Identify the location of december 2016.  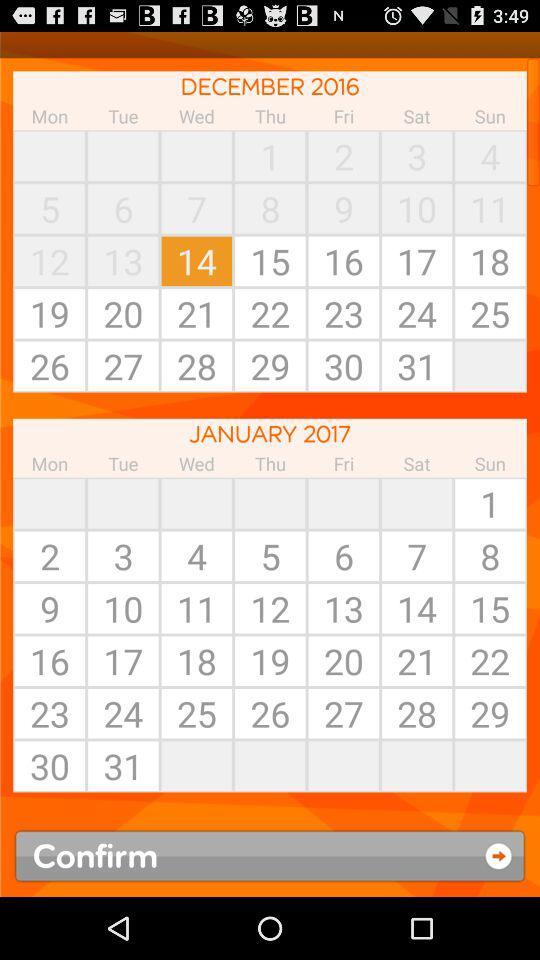
(270, 86).